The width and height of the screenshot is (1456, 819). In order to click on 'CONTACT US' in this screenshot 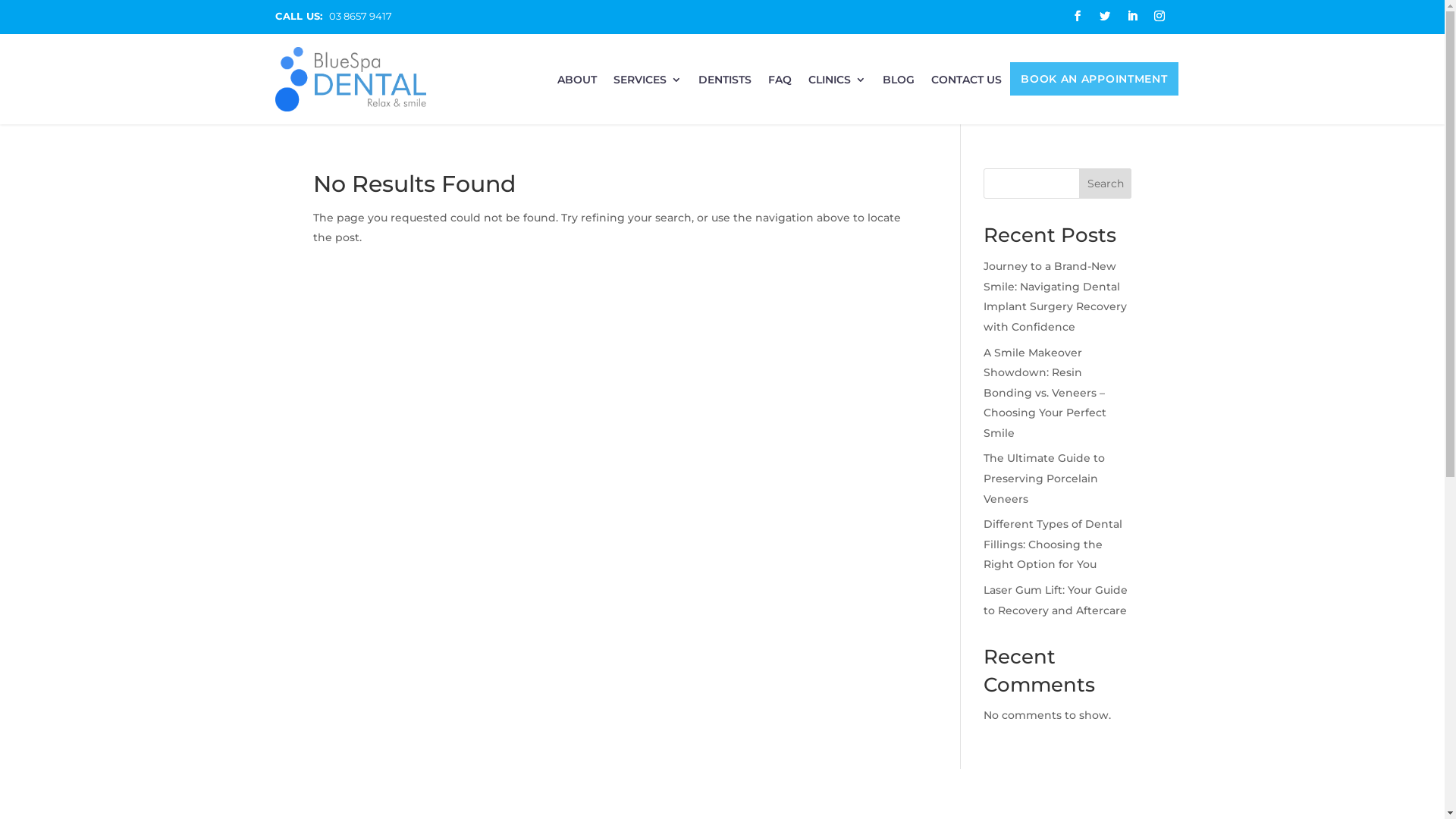, I will do `click(965, 84)`.